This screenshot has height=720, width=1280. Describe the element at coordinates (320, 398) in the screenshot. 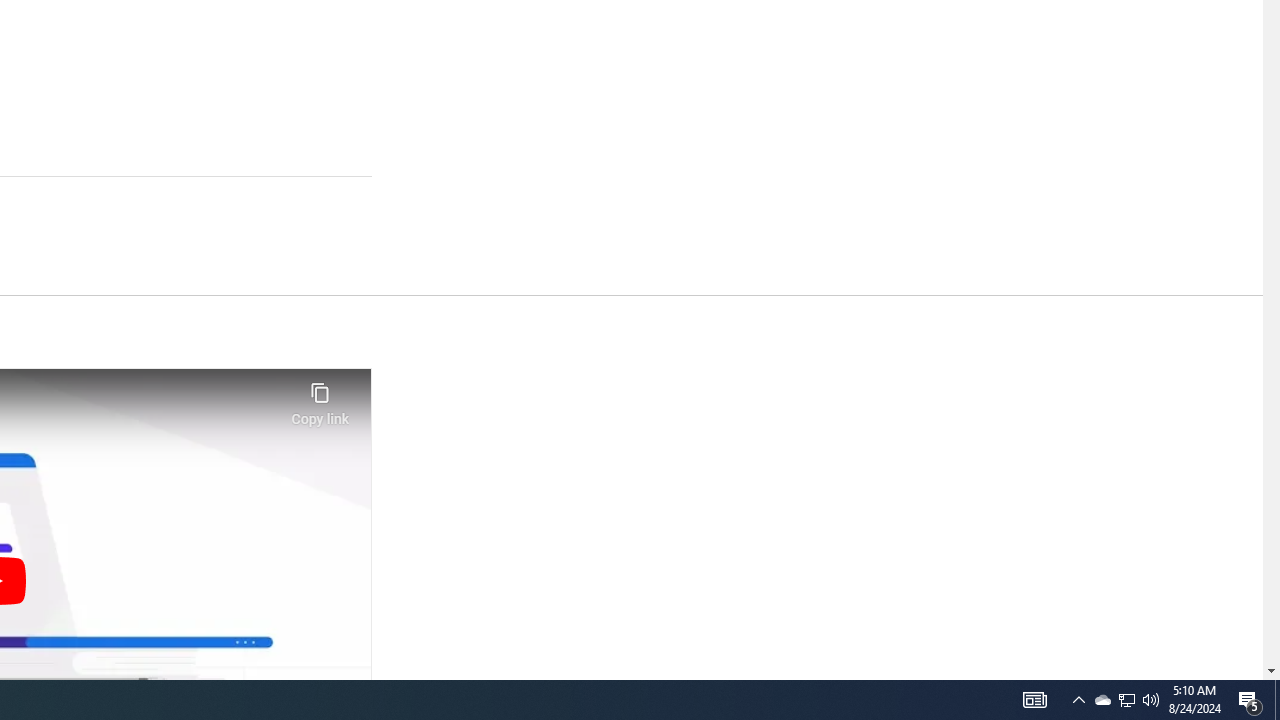

I see `'Copy link'` at that location.